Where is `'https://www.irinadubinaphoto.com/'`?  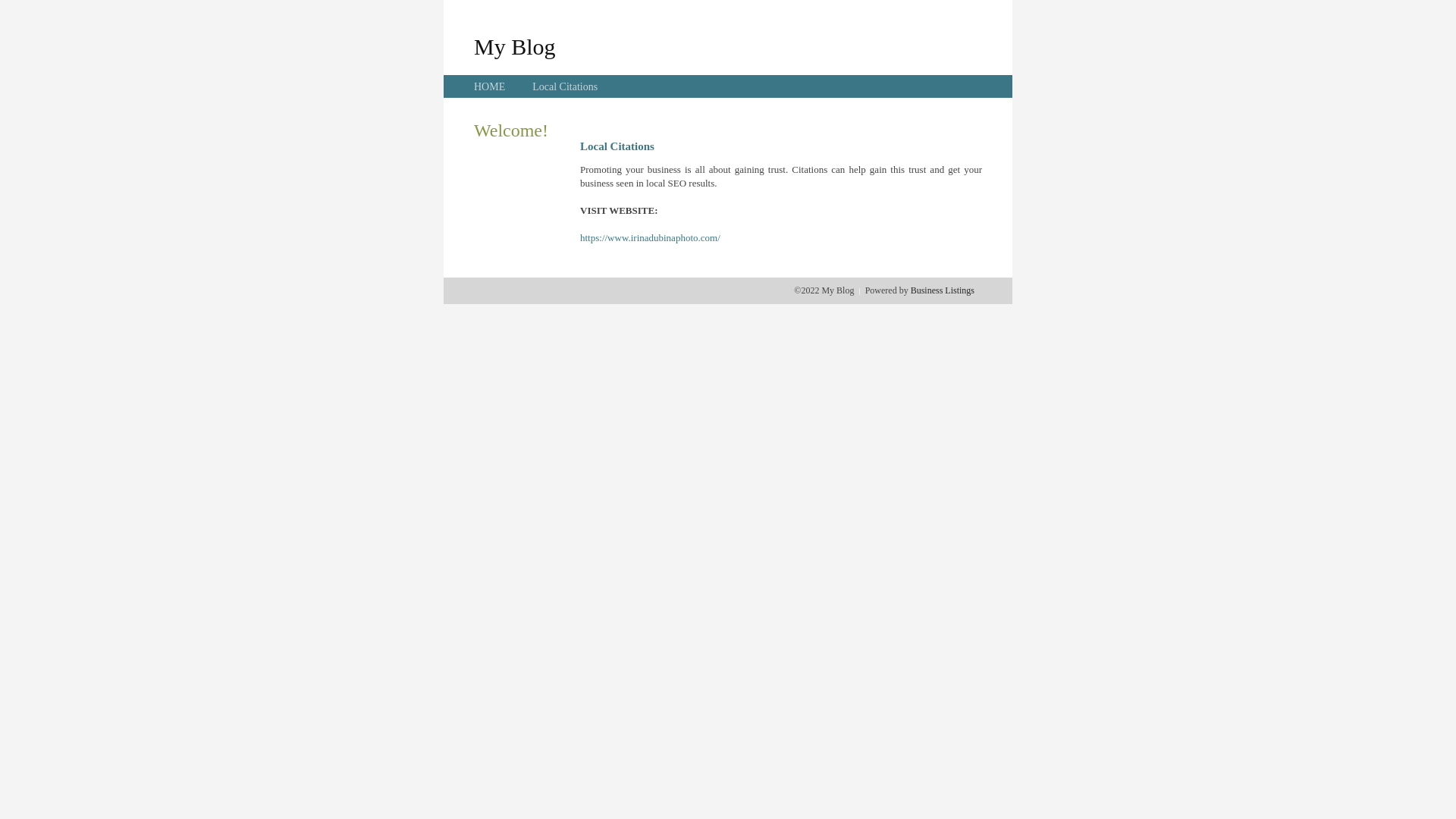
'https://www.irinadubinaphoto.com/' is located at coordinates (650, 237).